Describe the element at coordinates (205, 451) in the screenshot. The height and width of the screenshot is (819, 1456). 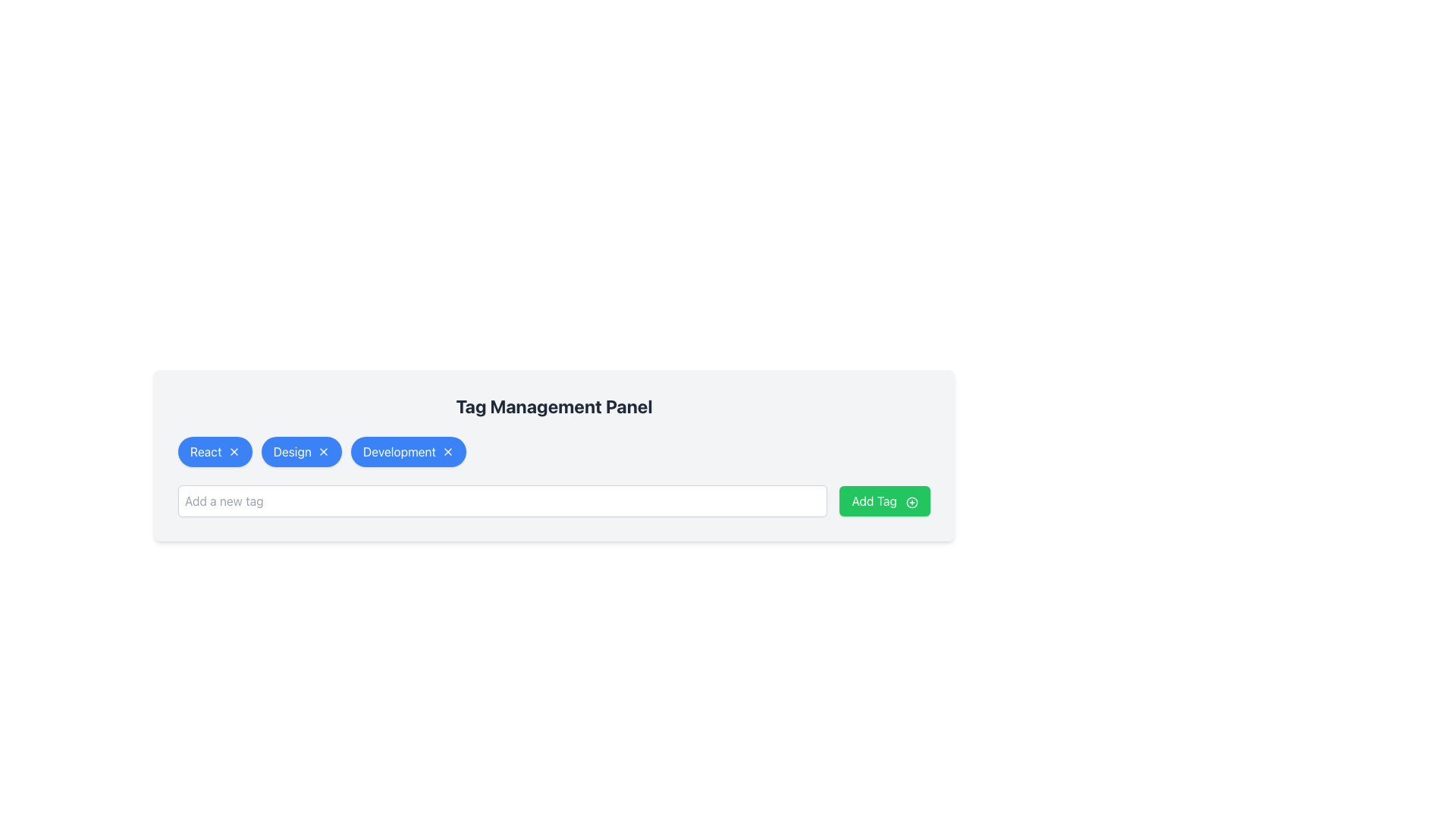
I see `the leftmost static text within a button-like tag located in the top-left of the tags section` at that location.